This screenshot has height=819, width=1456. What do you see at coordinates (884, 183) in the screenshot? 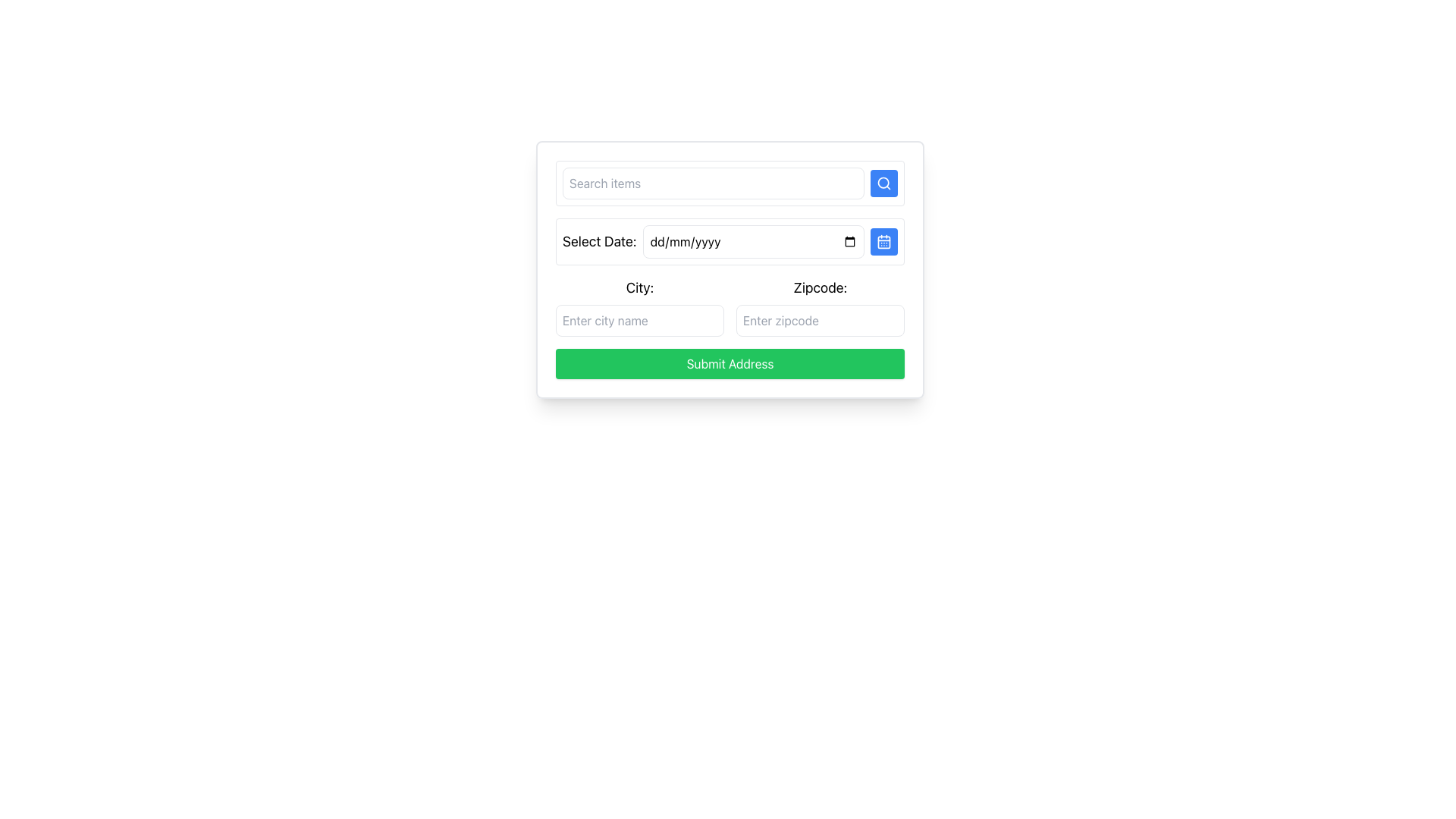
I see `the search button located at the end of the 'Search items' input field to initiate a search` at bounding box center [884, 183].